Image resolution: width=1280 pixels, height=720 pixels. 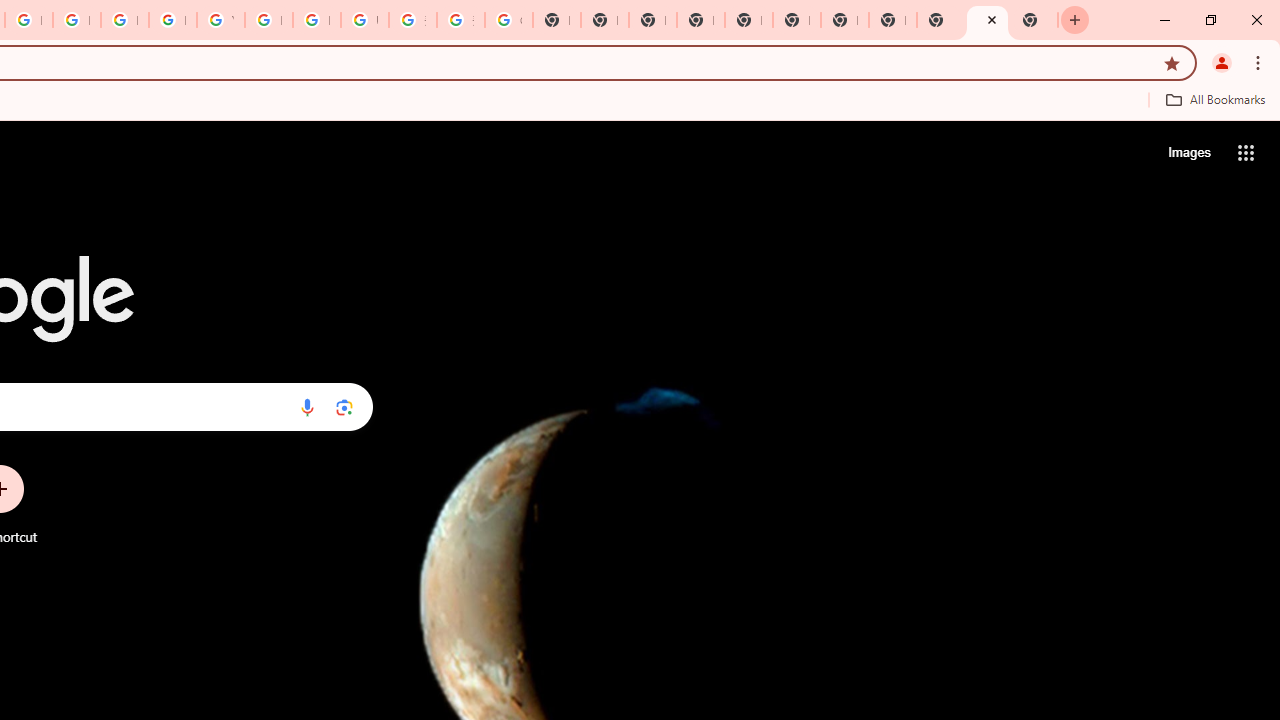 I want to click on 'New Tab', so click(x=1034, y=20).